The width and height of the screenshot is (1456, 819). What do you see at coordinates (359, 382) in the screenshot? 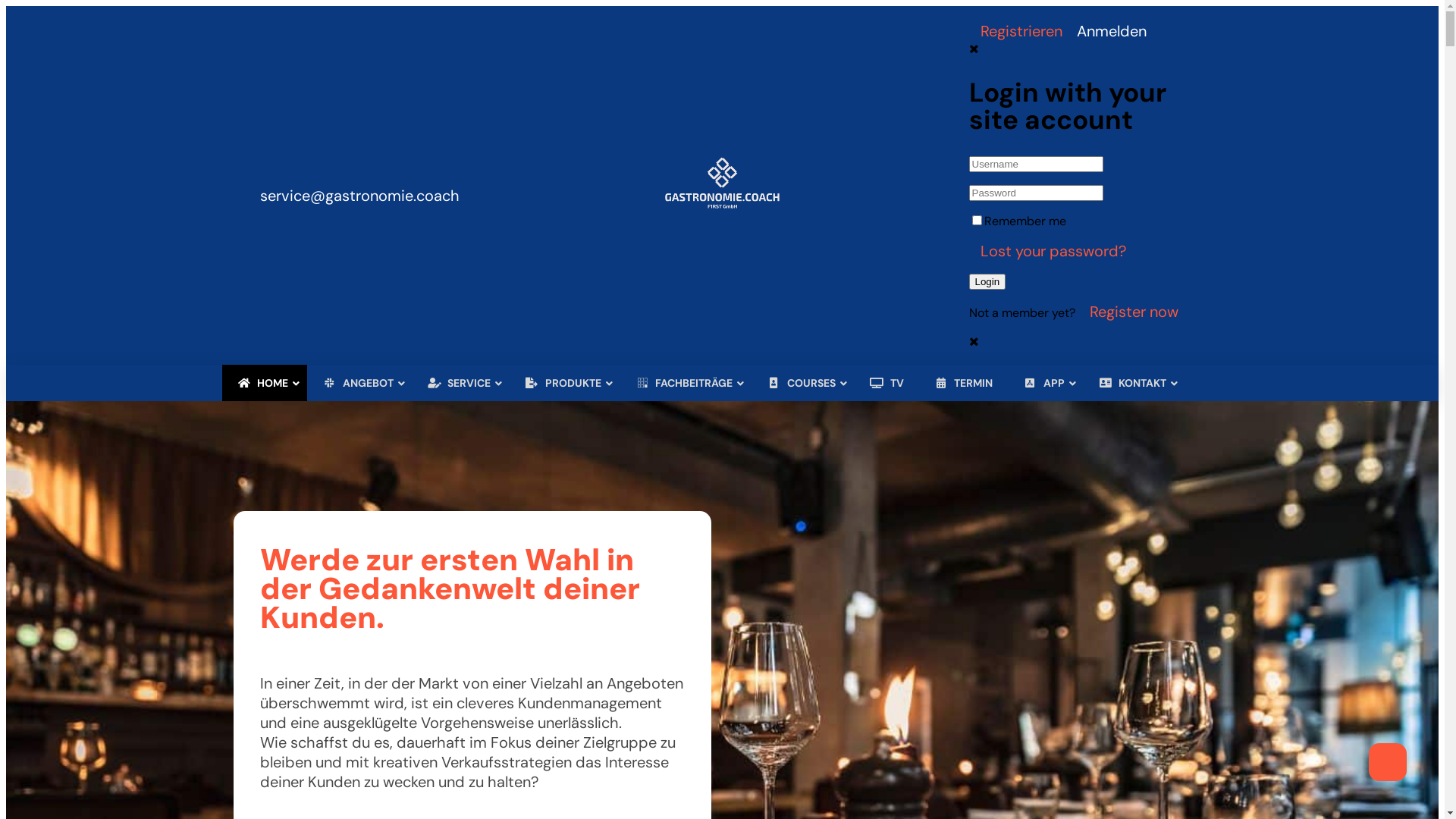
I see `'ANGEBOT'` at bounding box center [359, 382].